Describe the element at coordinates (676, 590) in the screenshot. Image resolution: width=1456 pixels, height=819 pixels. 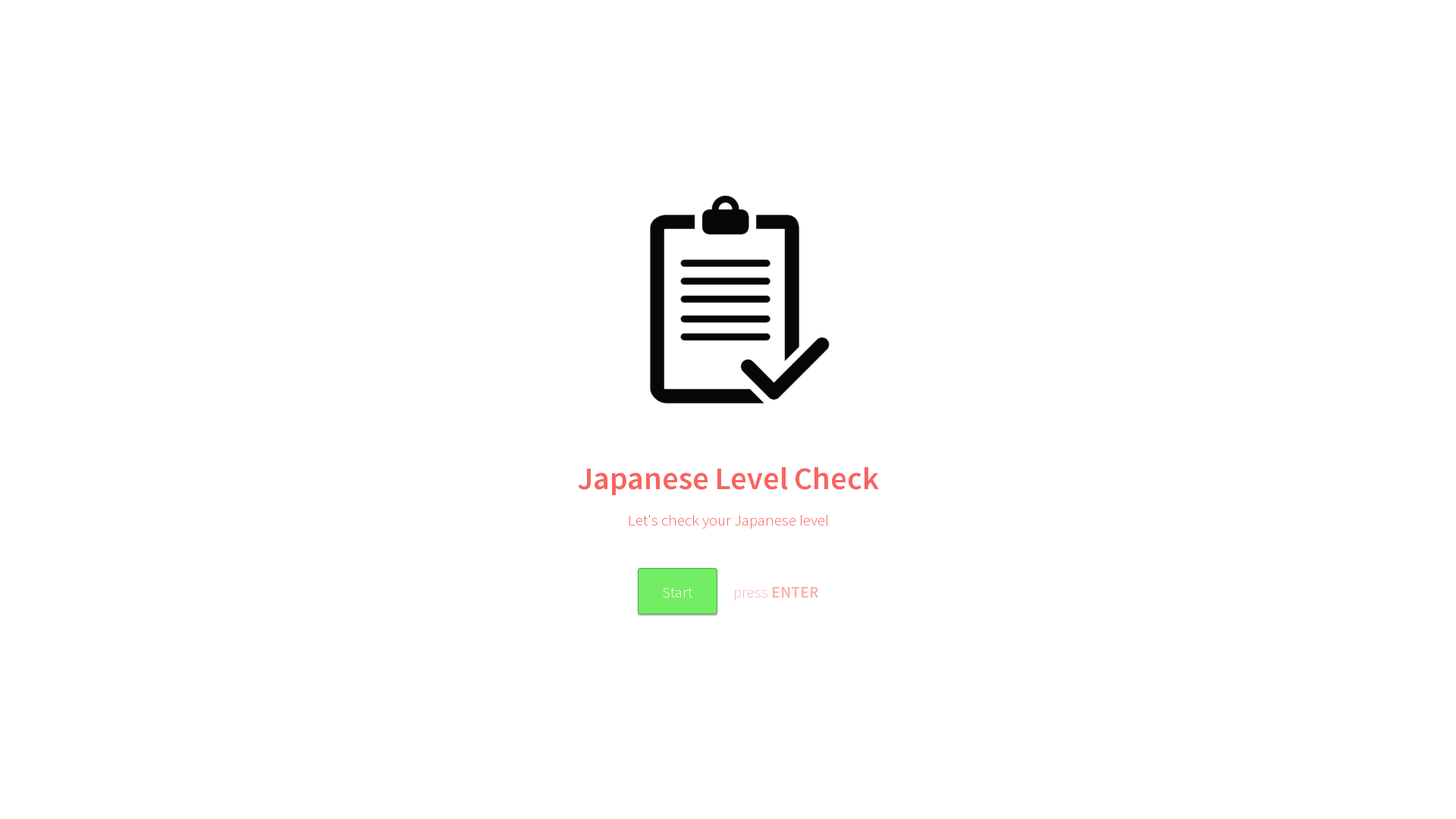
I see `'Start'` at that location.